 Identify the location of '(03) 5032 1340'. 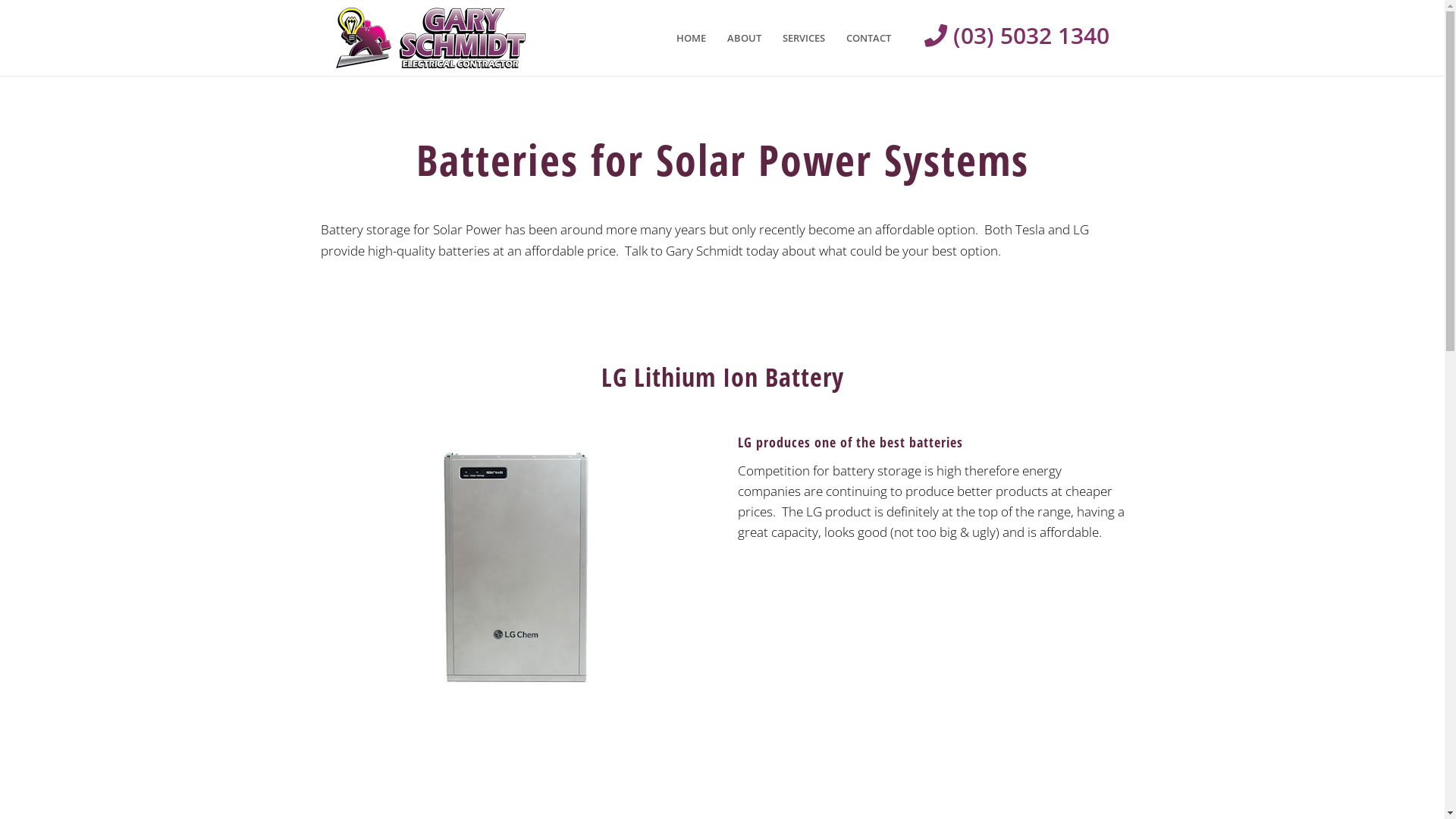
(1004, 34).